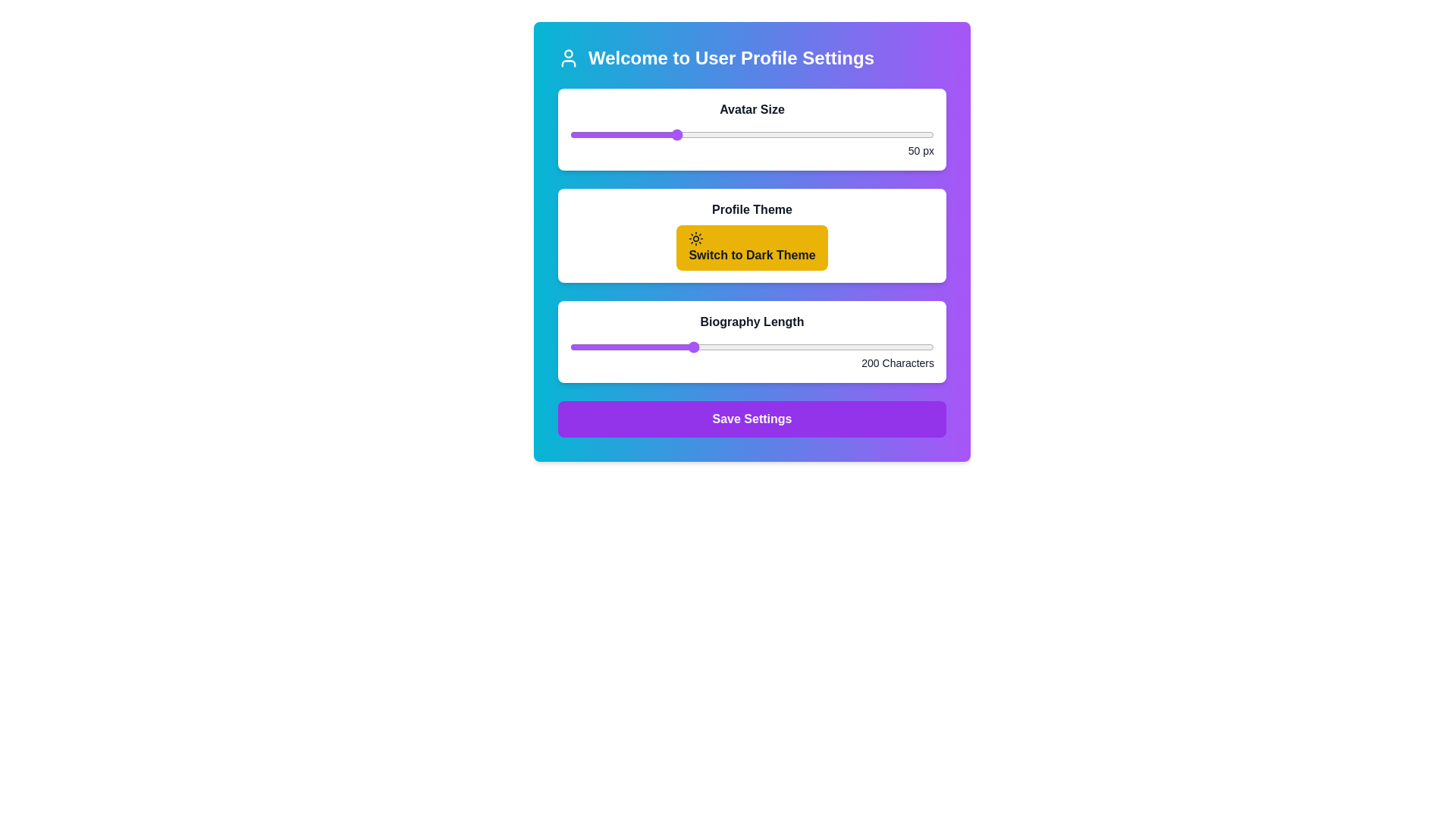 The width and height of the screenshot is (1456, 819). I want to click on the biography length slider, so click(834, 347).